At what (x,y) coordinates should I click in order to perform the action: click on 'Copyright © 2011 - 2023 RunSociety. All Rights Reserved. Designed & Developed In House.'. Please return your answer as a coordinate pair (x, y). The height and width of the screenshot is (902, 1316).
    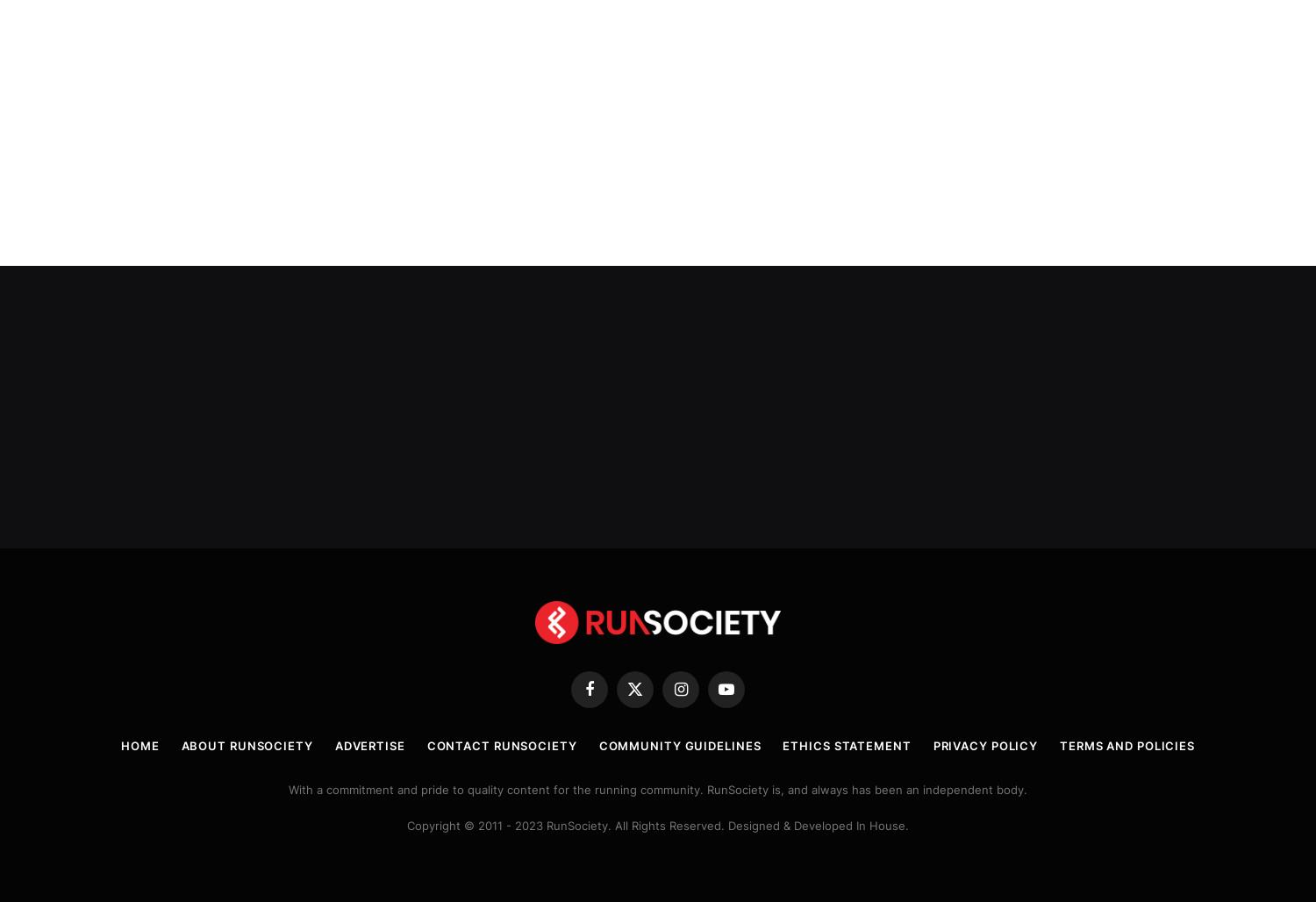
    Looking at the image, I should click on (405, 823).